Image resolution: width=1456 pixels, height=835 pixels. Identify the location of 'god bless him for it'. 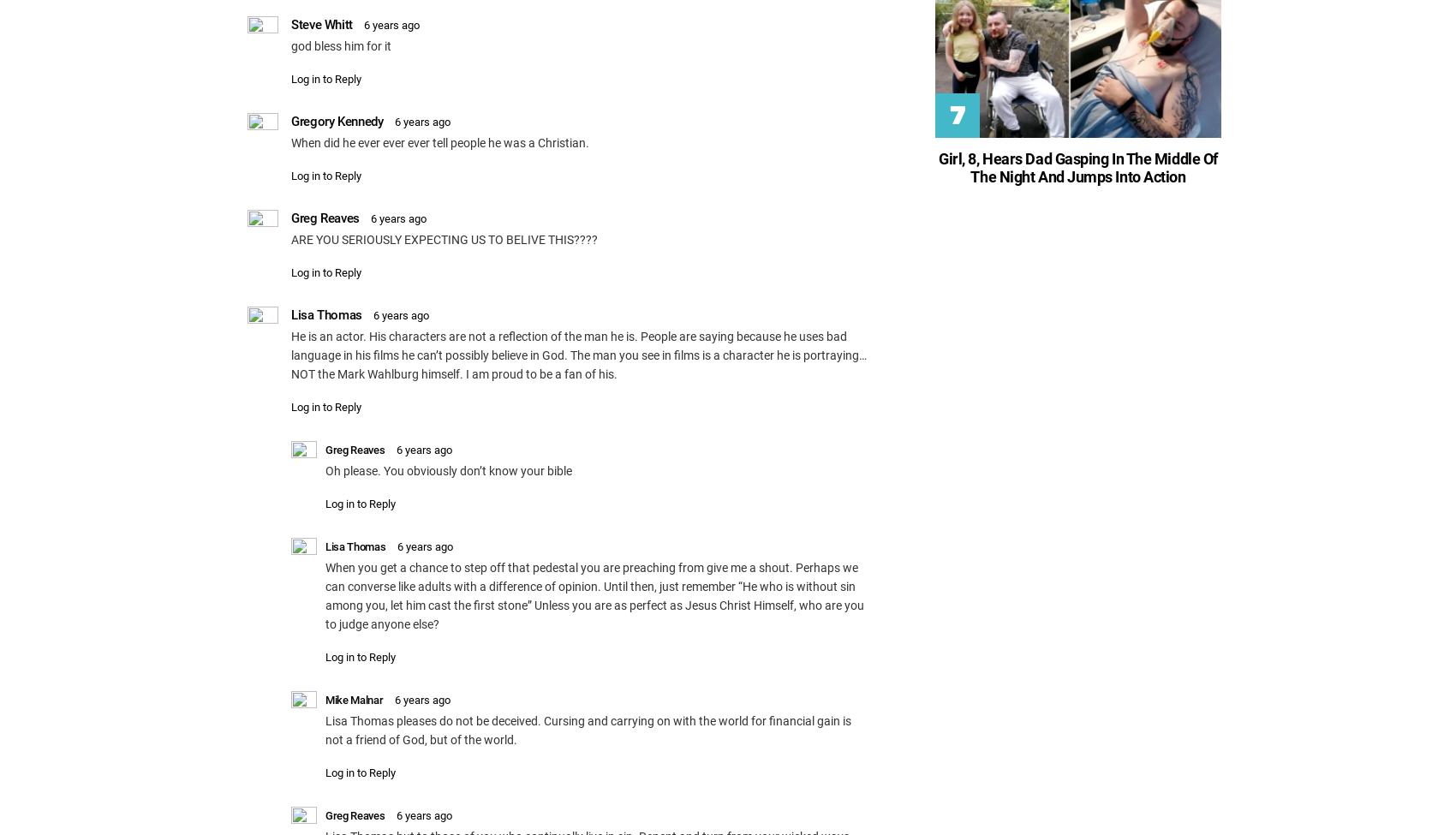
(340, 45).